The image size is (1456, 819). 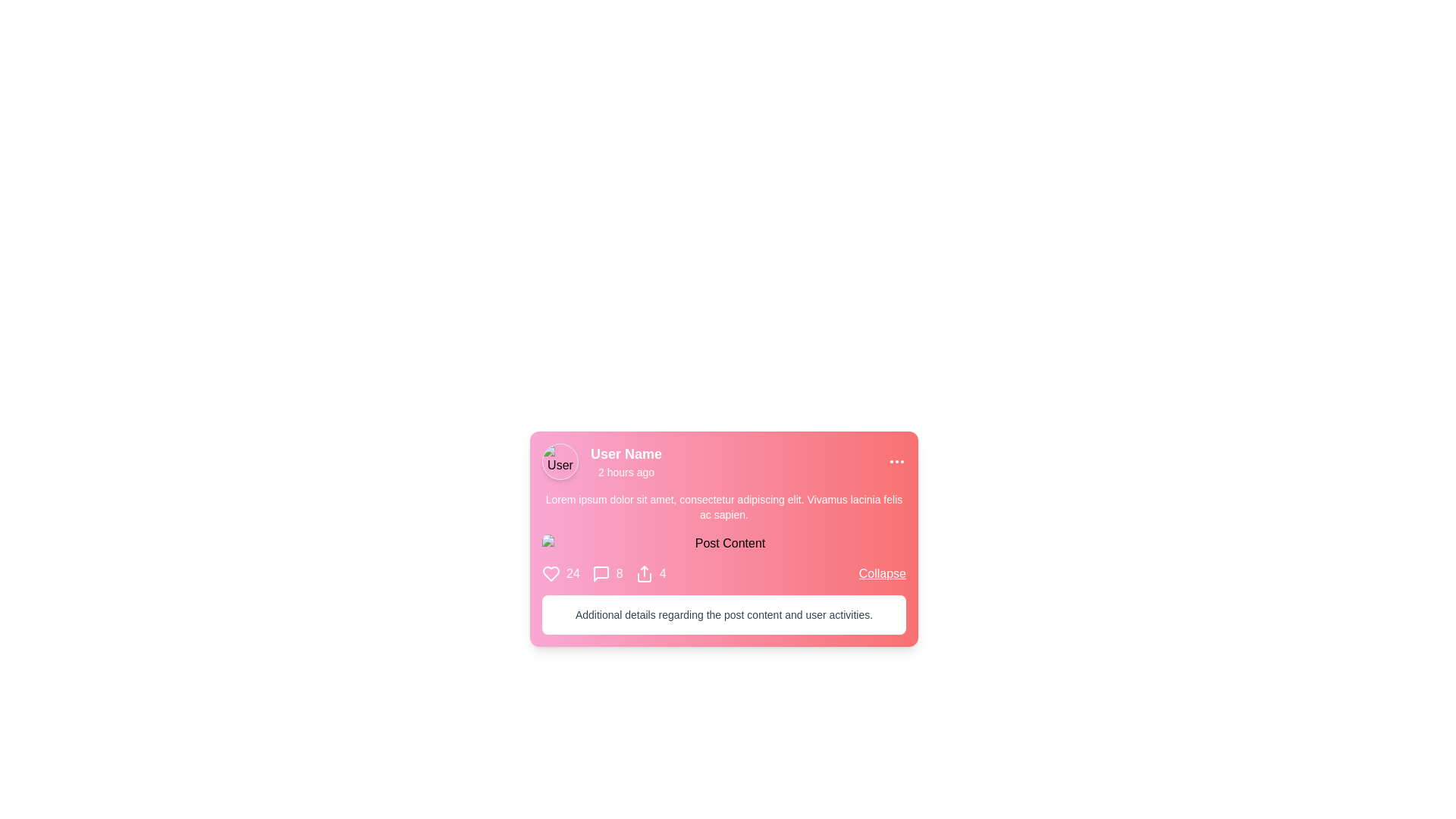 I want to click on the Interactive Comment Count Display, which shows the number '8' and is positioned between the heart icon (24) and the share icon (4), so click(x=607, y=573).